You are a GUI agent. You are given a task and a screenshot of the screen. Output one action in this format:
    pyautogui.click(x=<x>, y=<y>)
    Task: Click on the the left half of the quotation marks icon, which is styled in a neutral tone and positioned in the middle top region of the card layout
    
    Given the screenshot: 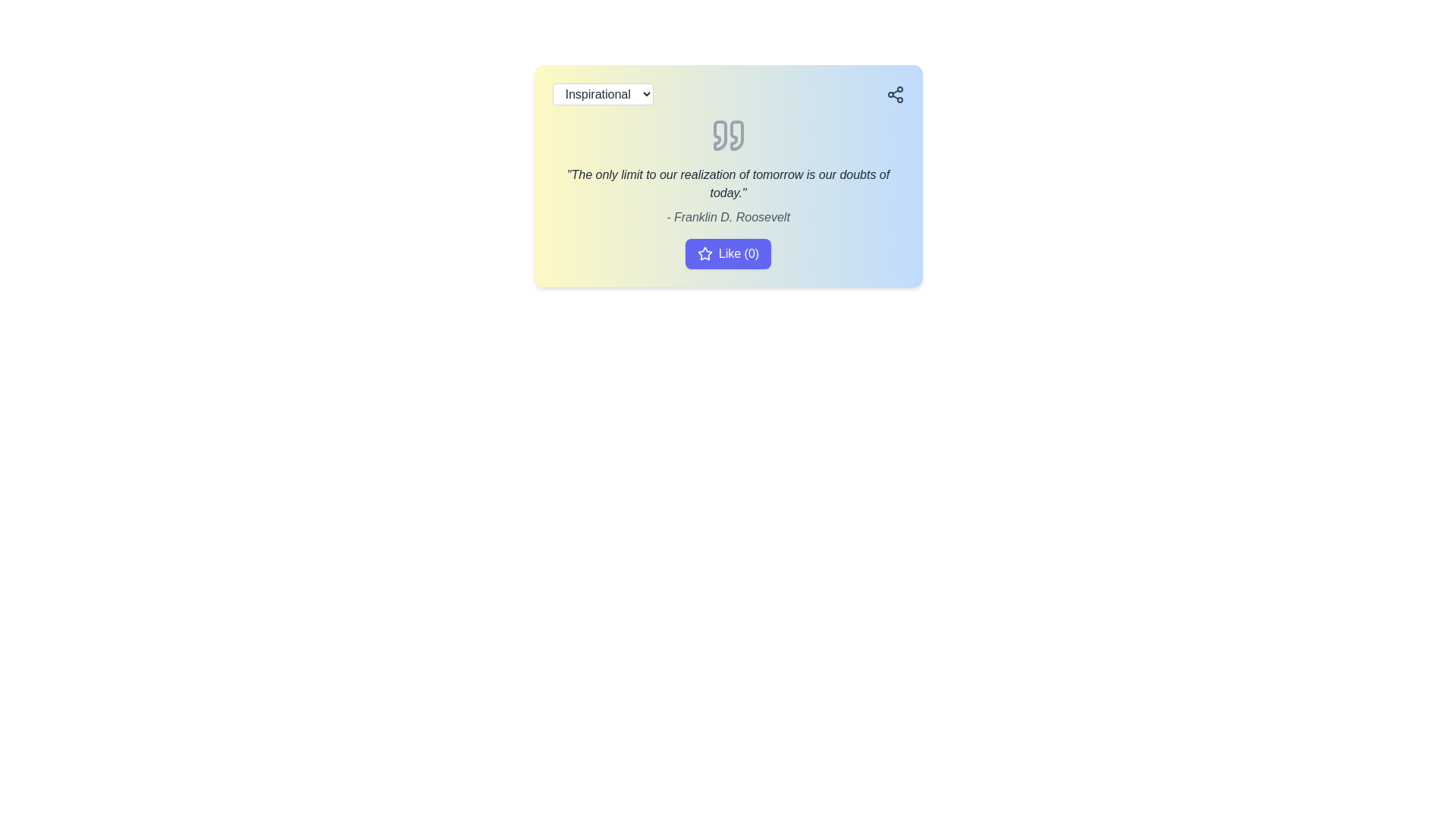 What is the action you would take?
    pyautogui.click(x=719, y=134)
    